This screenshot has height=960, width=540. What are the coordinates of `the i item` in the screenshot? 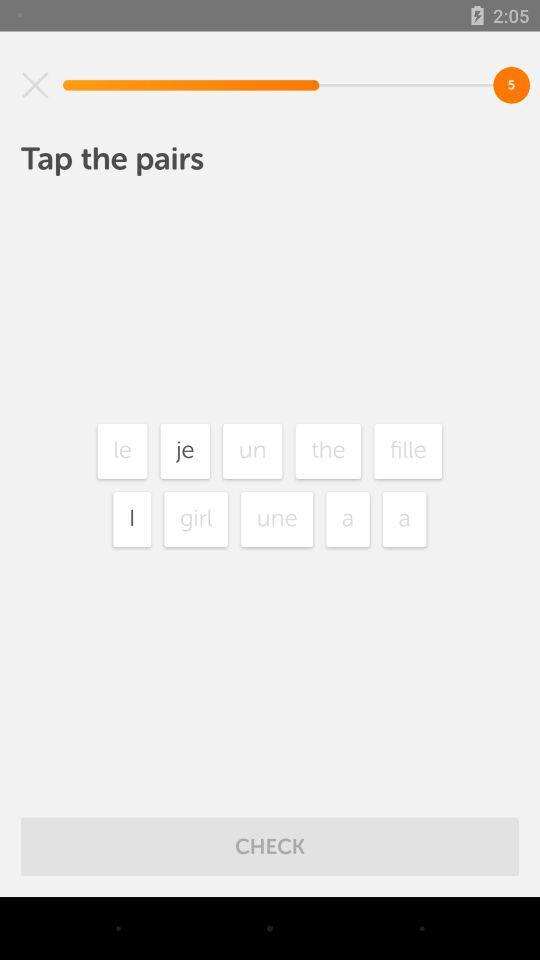 It's located at (132, 518).